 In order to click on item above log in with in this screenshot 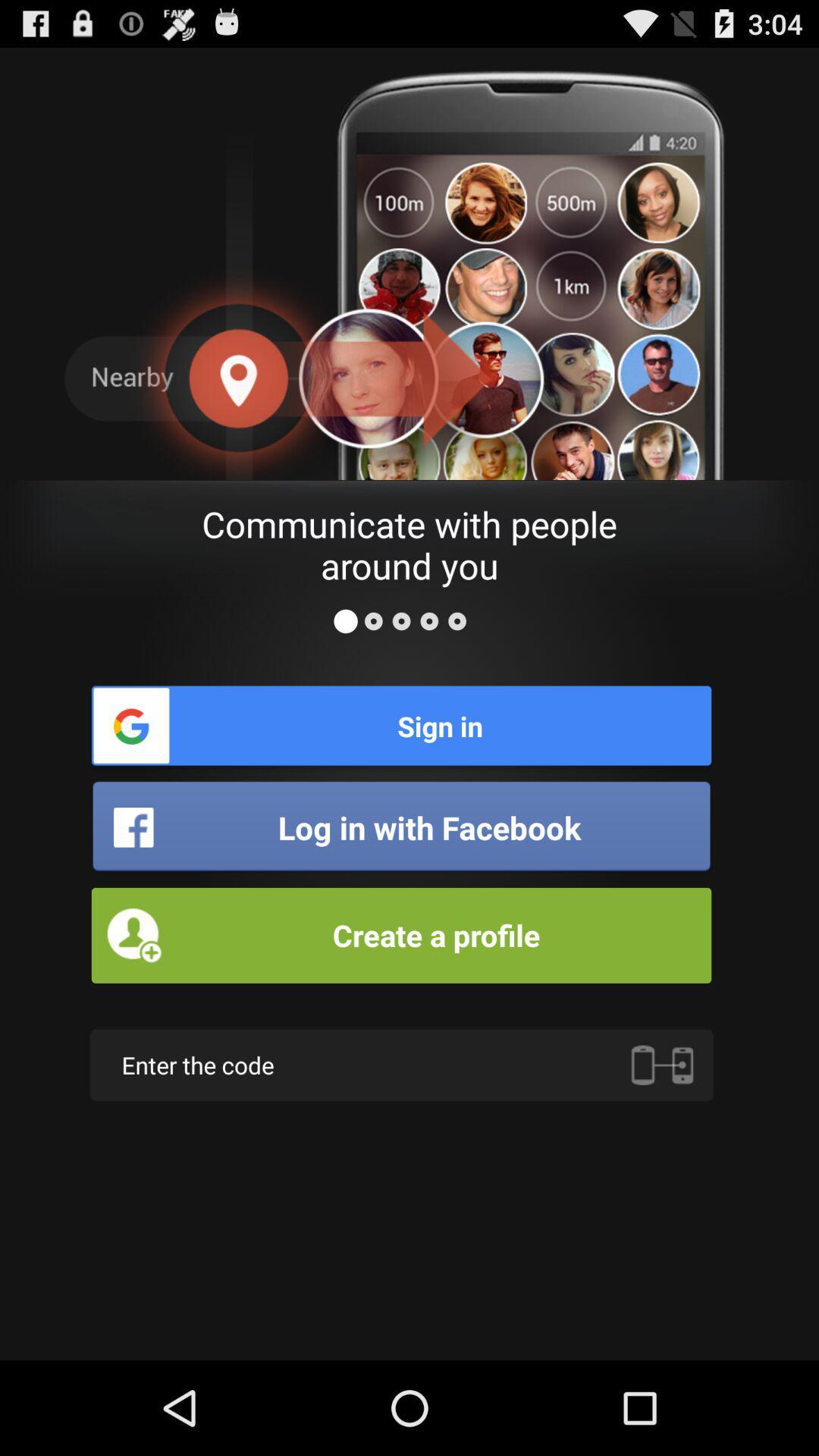, I will do `click(400, 724)`.